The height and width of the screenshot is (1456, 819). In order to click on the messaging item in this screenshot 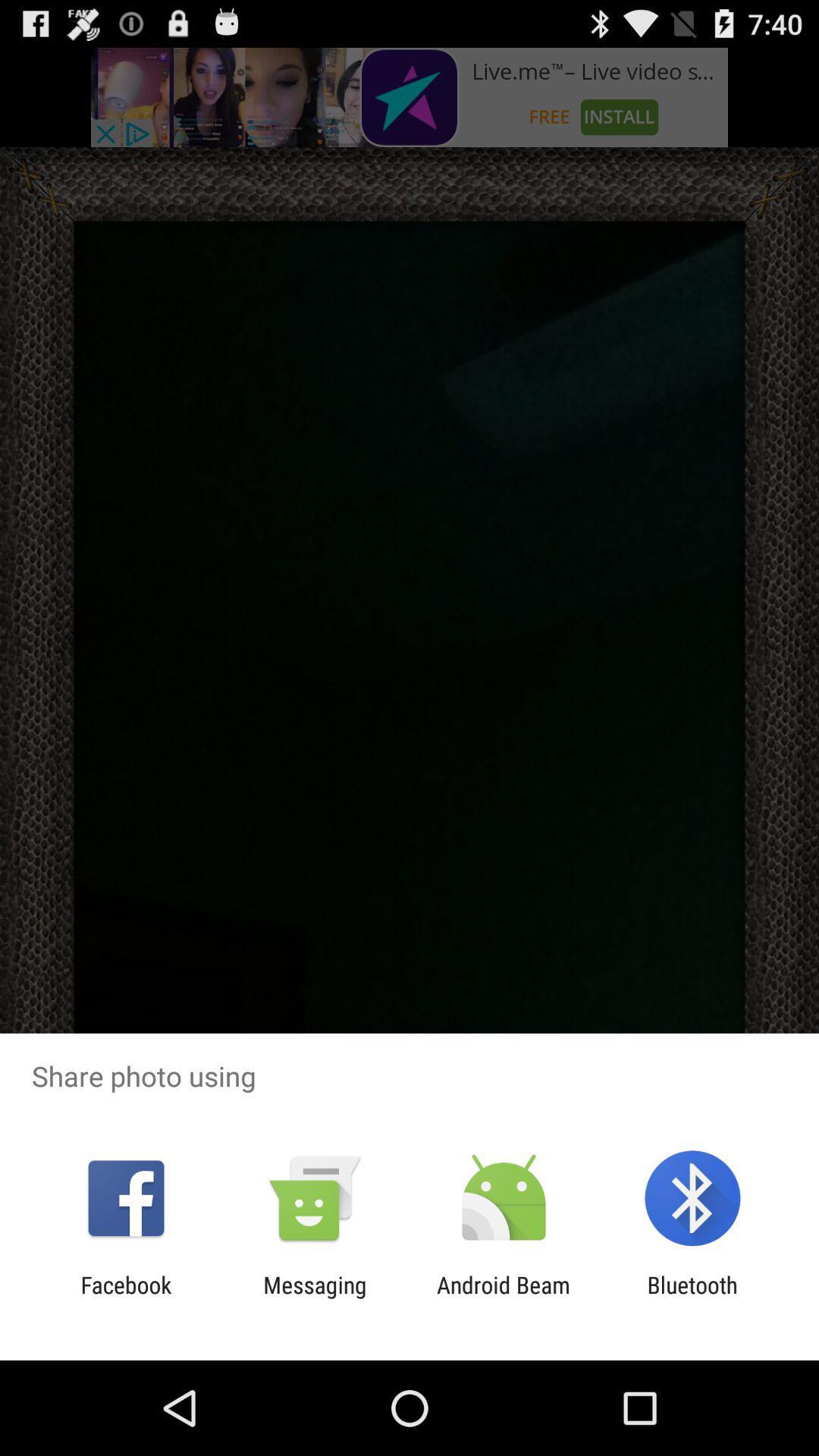, I will do `click(314, 1298)`.